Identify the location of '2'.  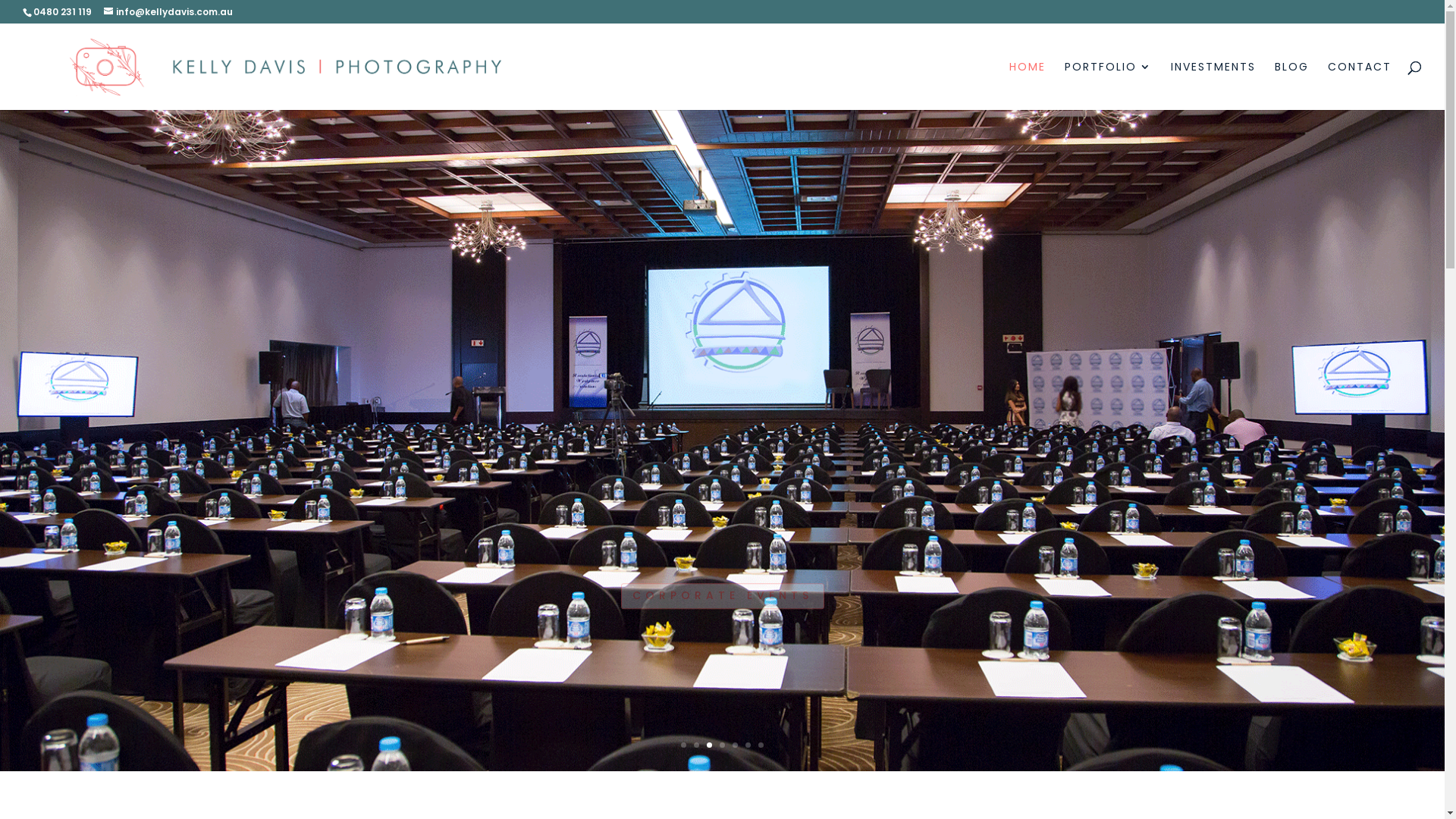
(695, 744).